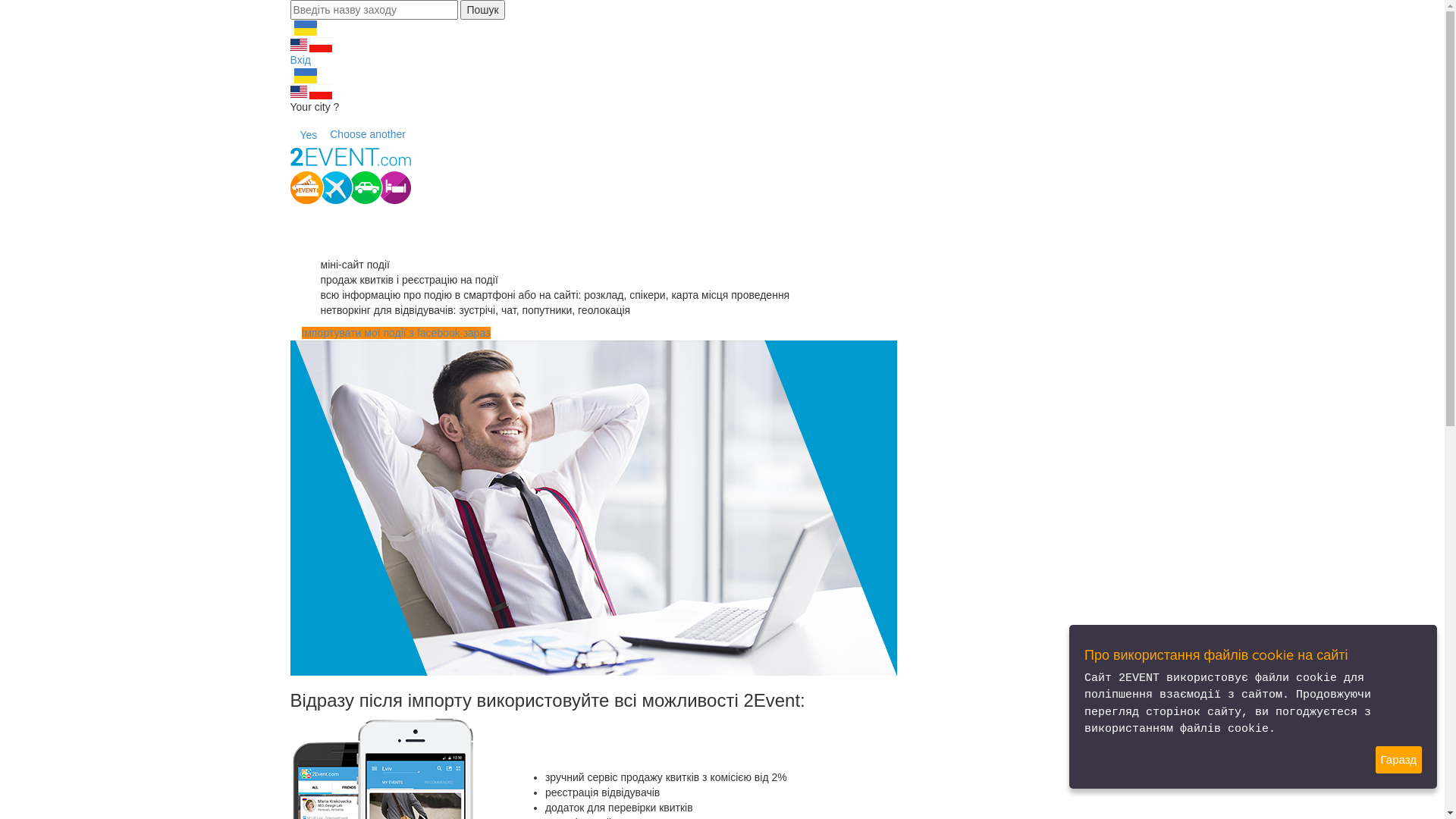  Describe the element at coordinates (307, 133) in the screenshot. I see `'Yes'` at that location.